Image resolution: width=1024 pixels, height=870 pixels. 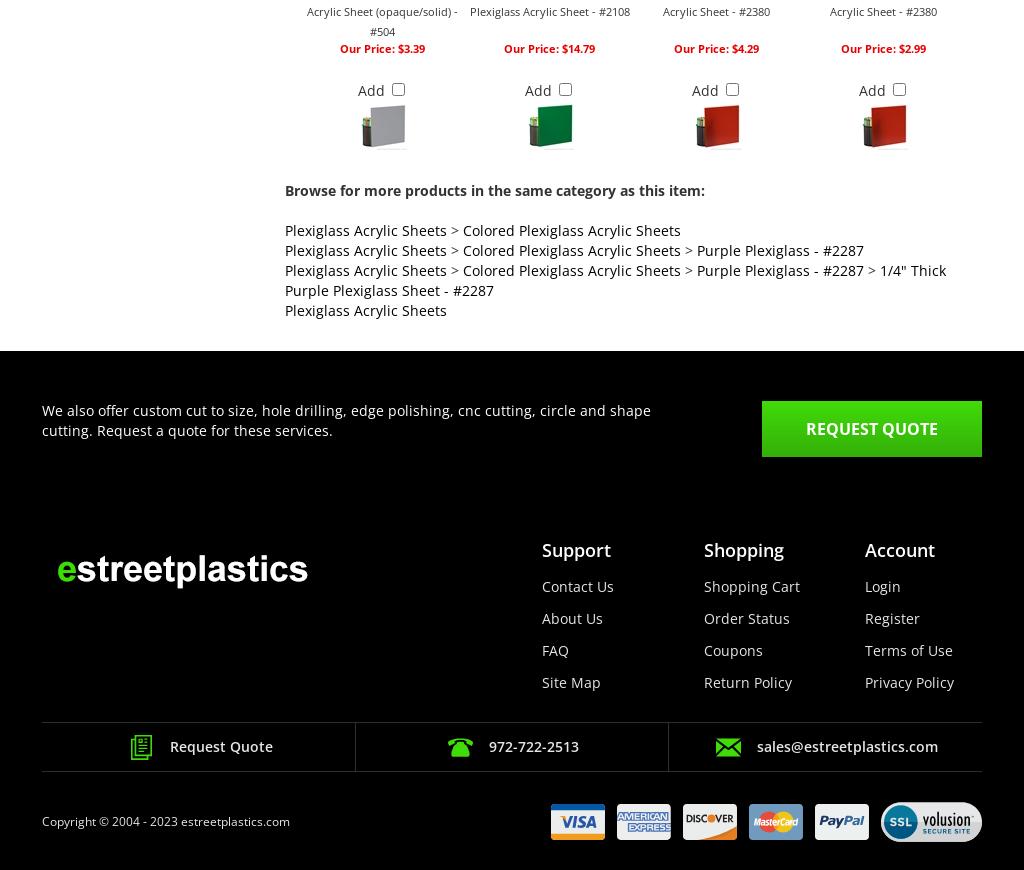 What do you see at coordinates (164, 821) in the screenshot?
I see `'Copyright © 2004 - 2023 estreetplastics.com'` at bounding box center [164, 821].